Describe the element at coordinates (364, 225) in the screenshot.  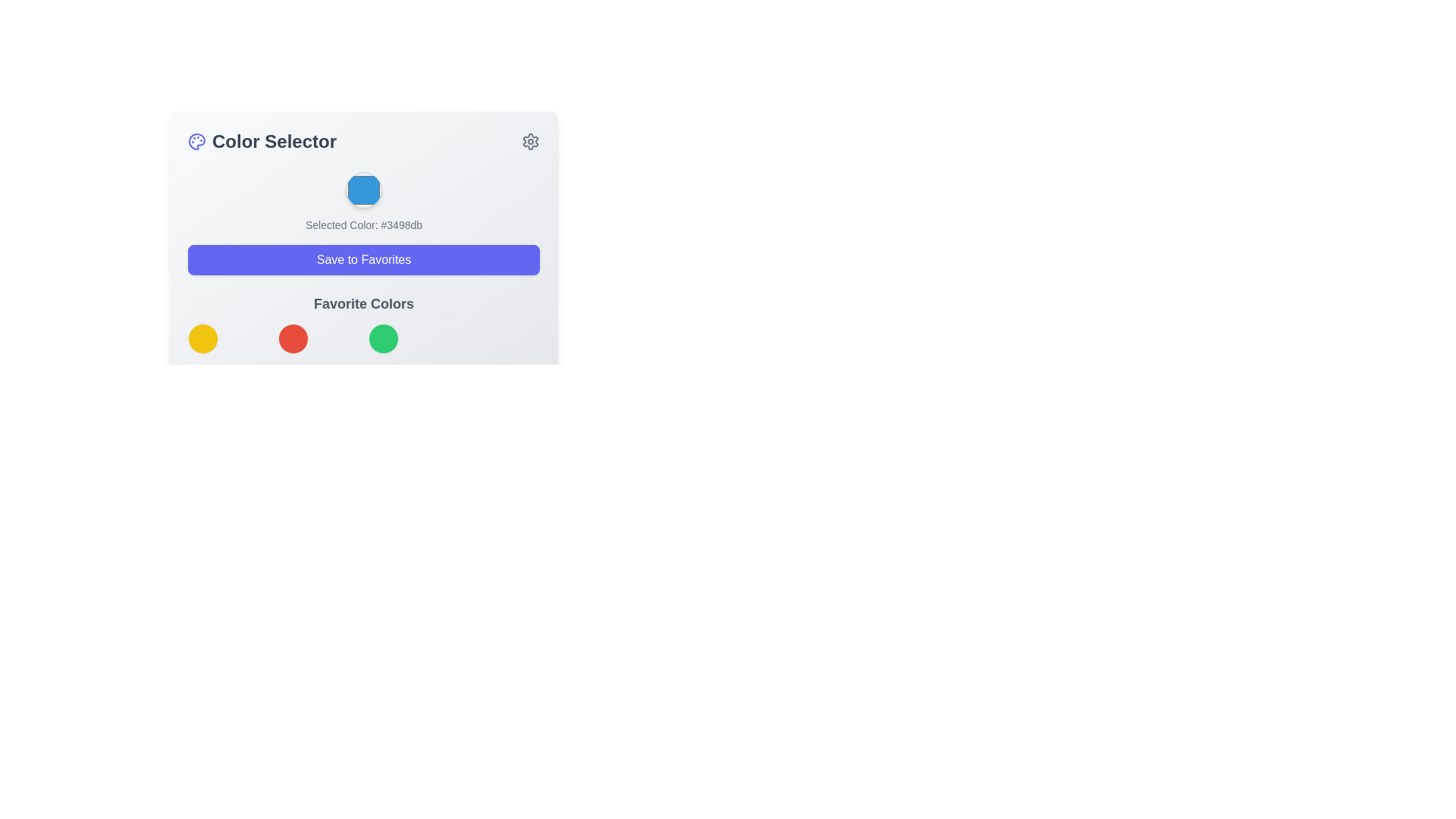
I see `the text label displaying 'Selected Color: #3498db', which is positioned below the blue hexagon and above the 'Save to Favorites' button` at that location.